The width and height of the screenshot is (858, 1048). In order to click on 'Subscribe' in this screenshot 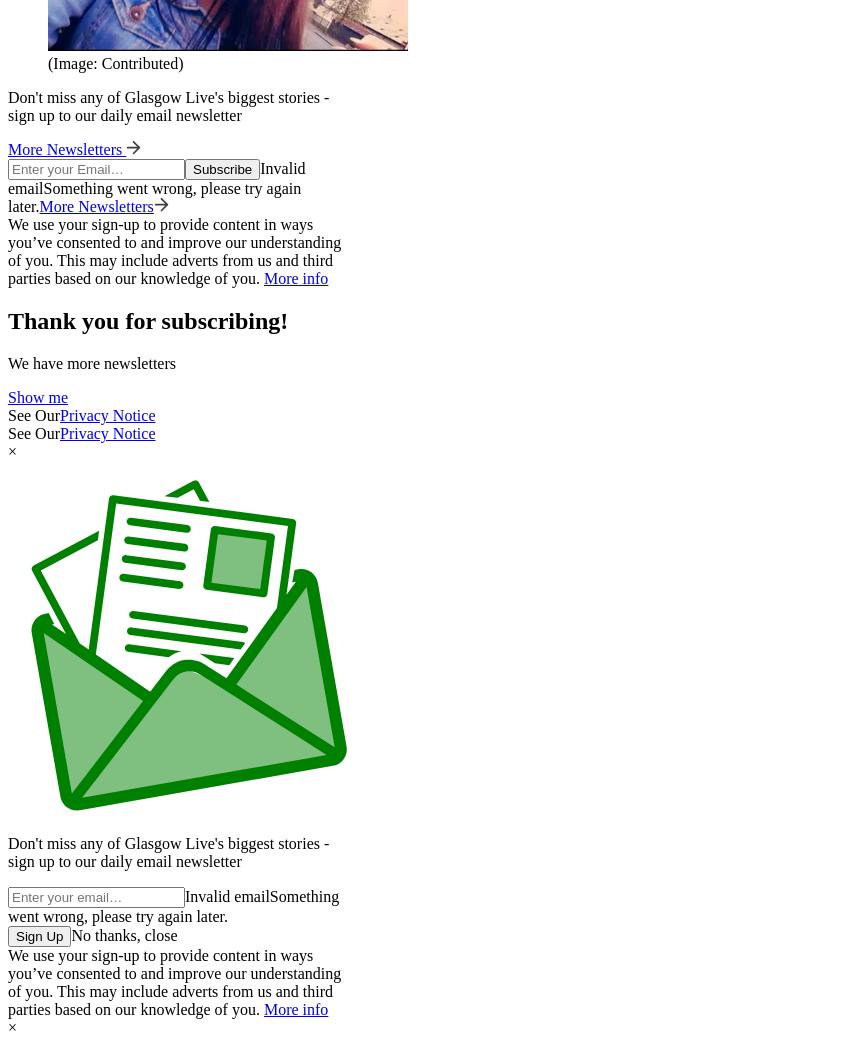, I will do `click(192, 169)`.